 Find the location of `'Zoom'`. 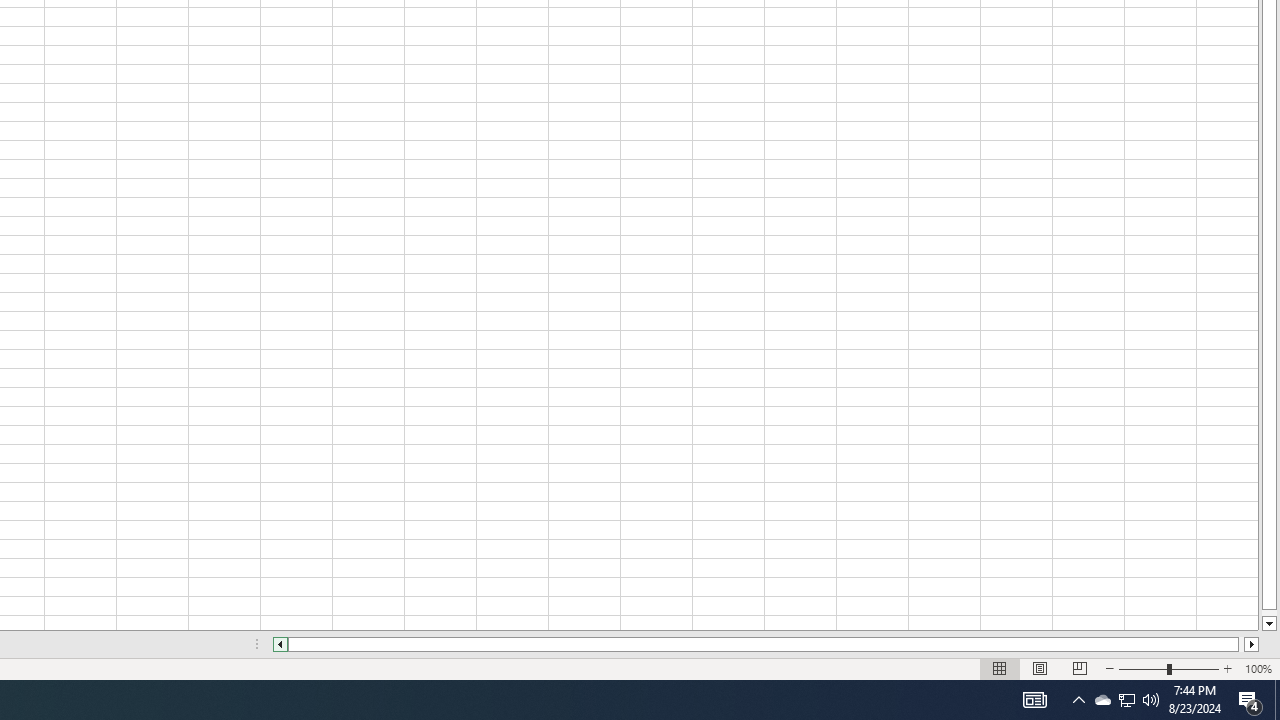

'Zoom' is located at coordinates (1168, 669).